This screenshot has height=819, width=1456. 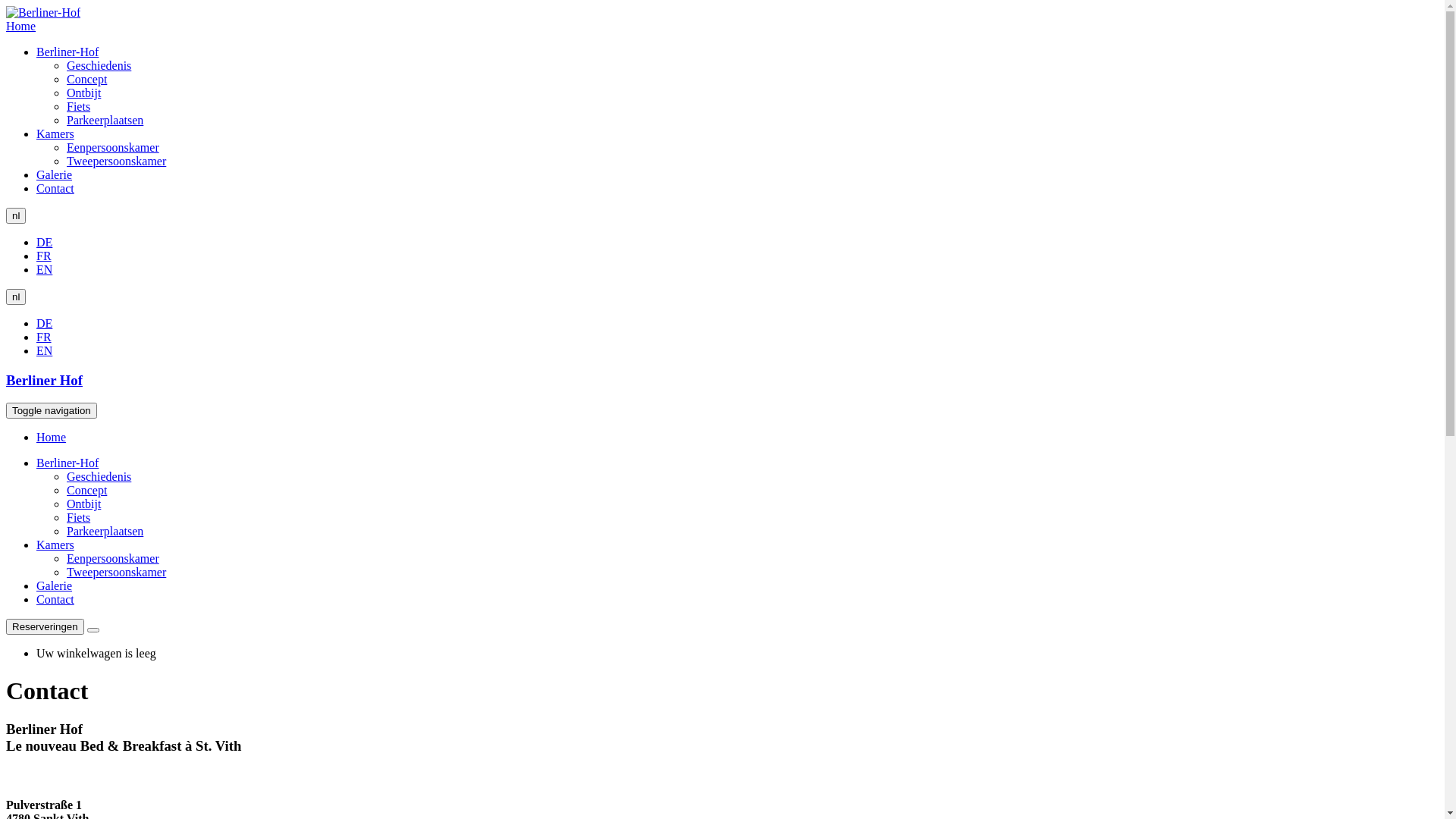 I want to click on 'Ontbijt', so click(x=83, y=504).